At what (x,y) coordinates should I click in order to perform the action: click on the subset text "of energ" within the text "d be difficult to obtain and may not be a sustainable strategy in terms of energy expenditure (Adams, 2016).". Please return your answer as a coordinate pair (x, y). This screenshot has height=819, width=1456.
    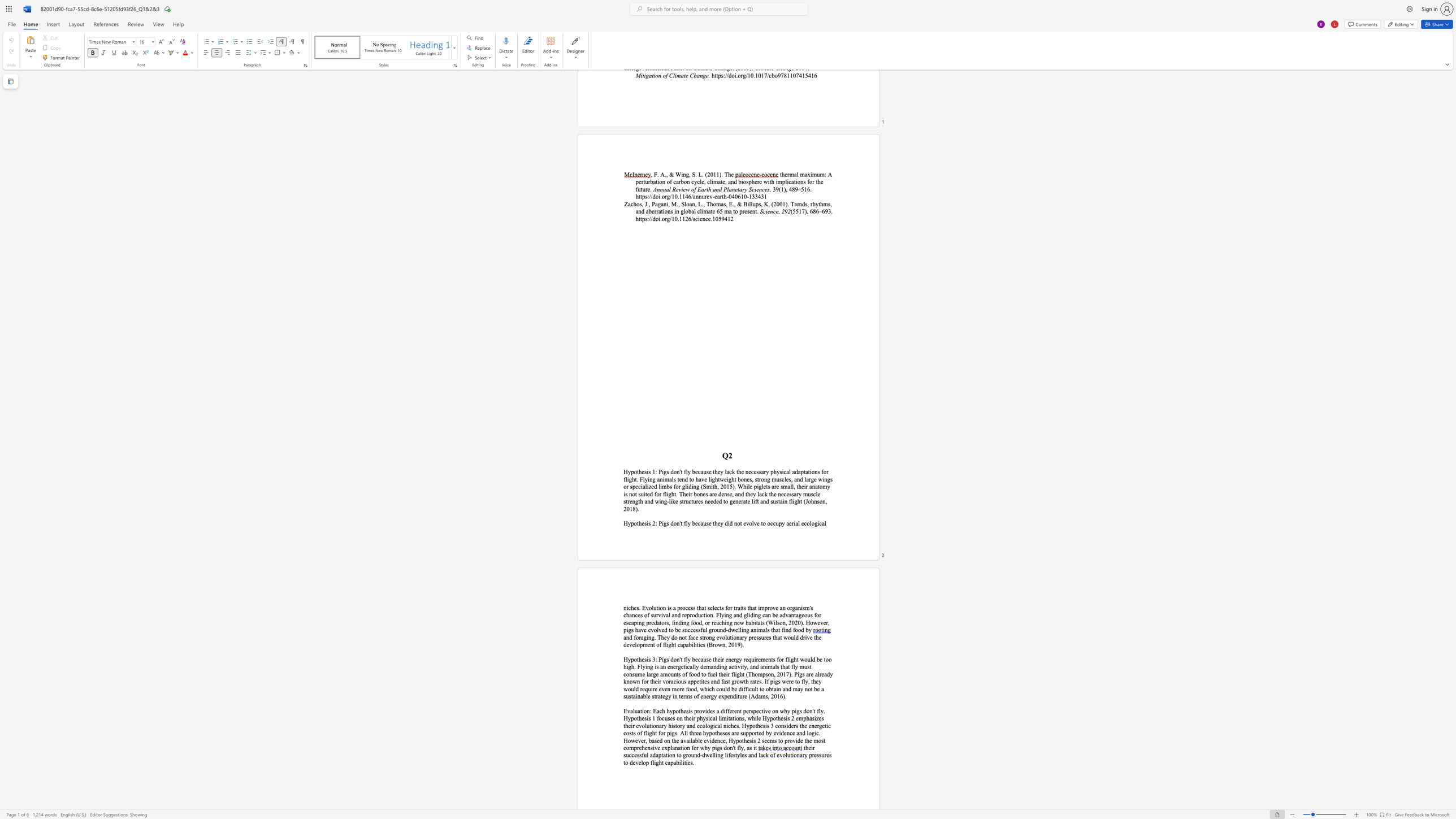
    Looking at the image, I should click on (694, 696).